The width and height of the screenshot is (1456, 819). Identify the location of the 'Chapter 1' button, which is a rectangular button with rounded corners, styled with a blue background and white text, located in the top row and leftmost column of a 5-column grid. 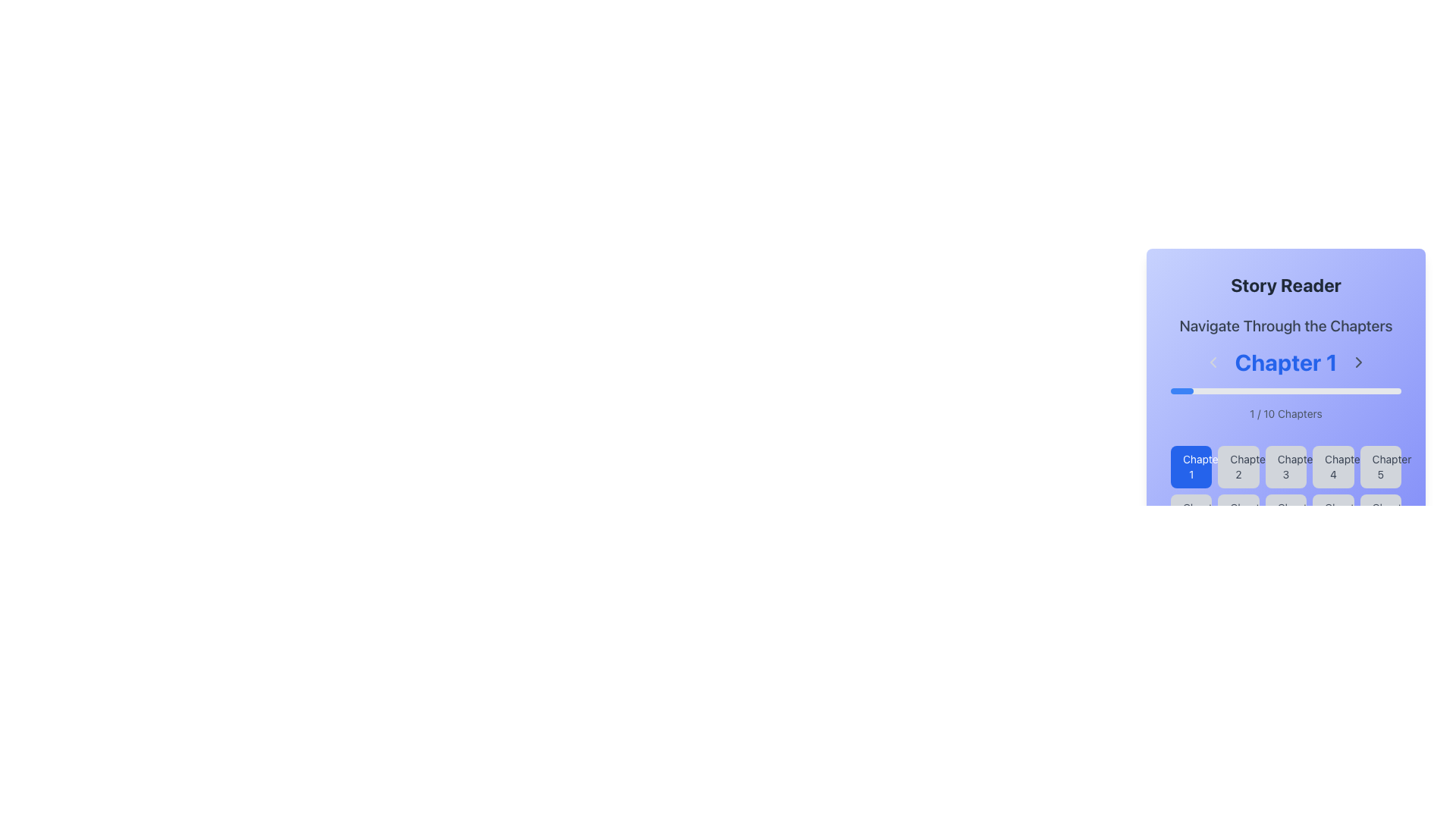
(1191, 466).